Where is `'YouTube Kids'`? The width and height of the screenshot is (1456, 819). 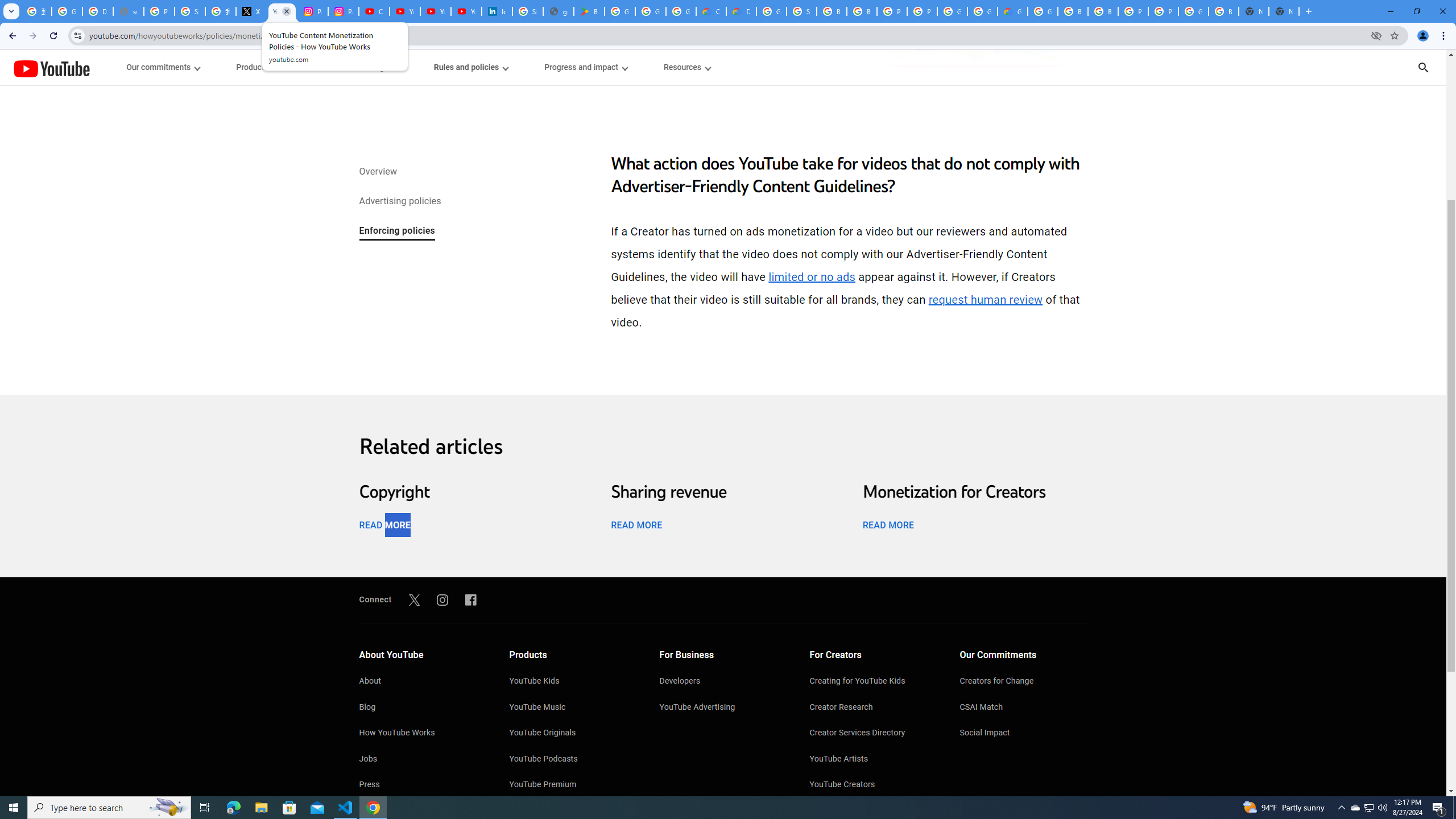 'YouTube Kids' is located at coordinates (573, 681).